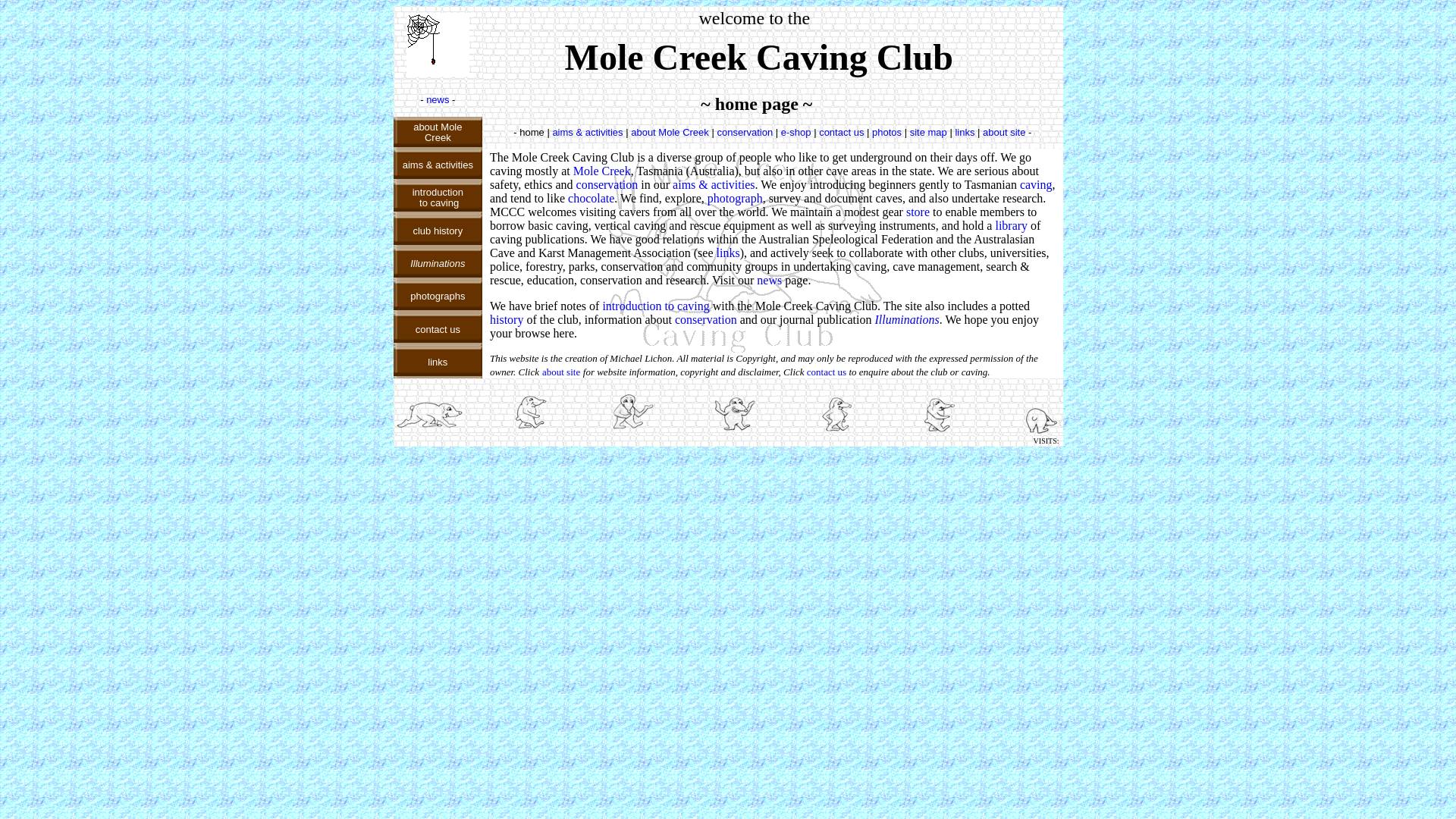  What do you see at coordinates (560, 371) in the screenshot?
I see `'about site'` at bounding box center [560, 371].